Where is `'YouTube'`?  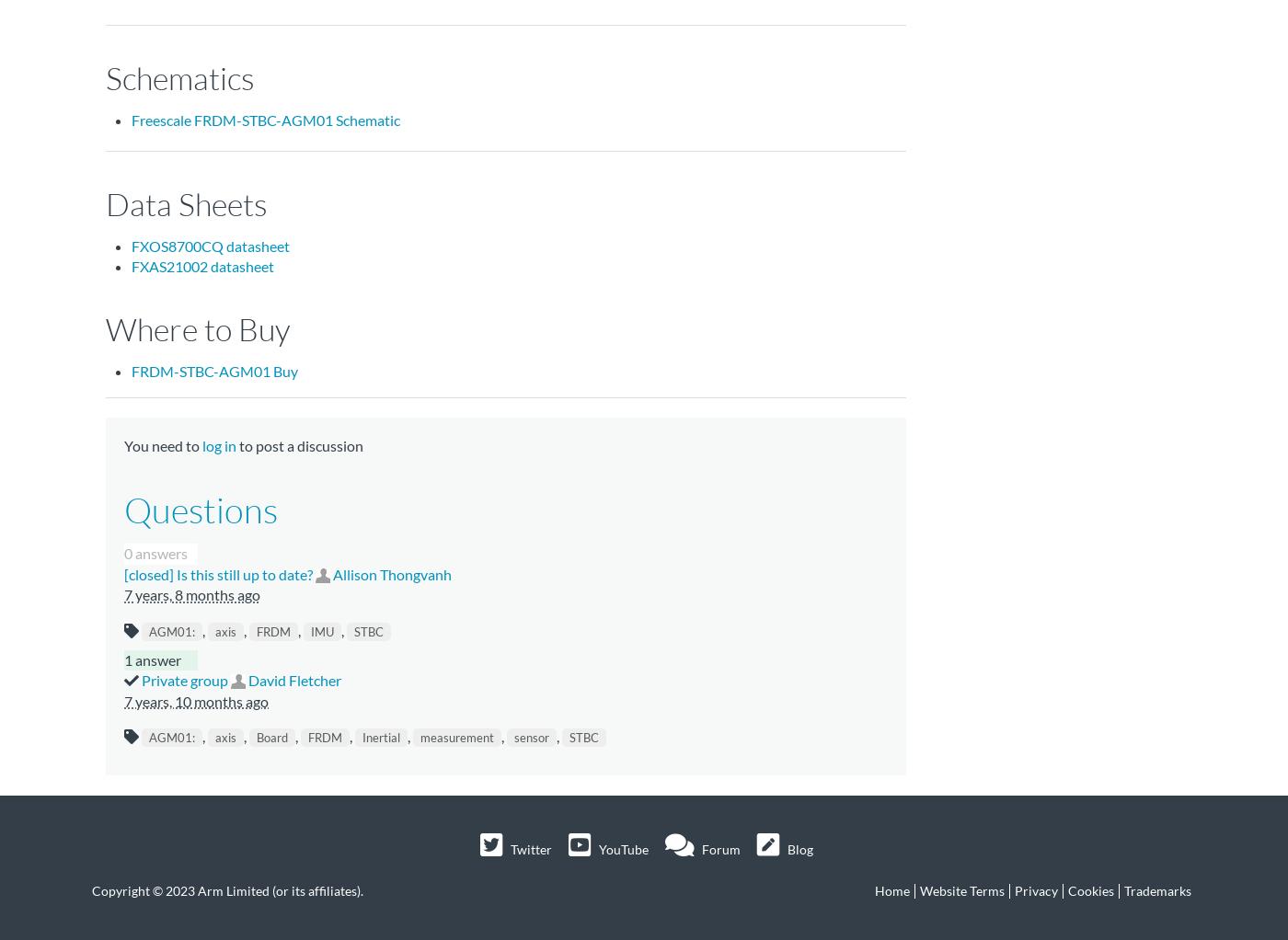
'YouTube' is located at coordinates (598, 848).